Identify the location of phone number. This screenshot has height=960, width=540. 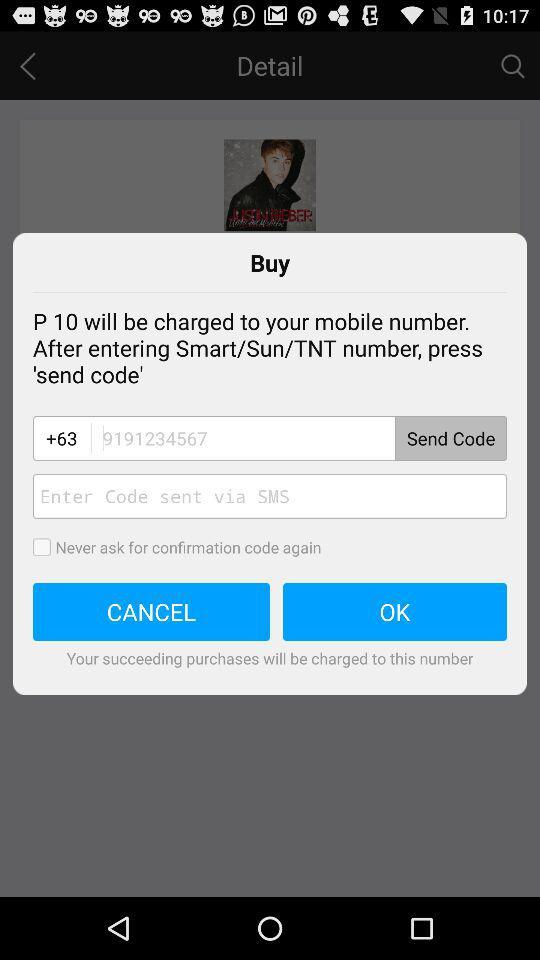
(297, 438).